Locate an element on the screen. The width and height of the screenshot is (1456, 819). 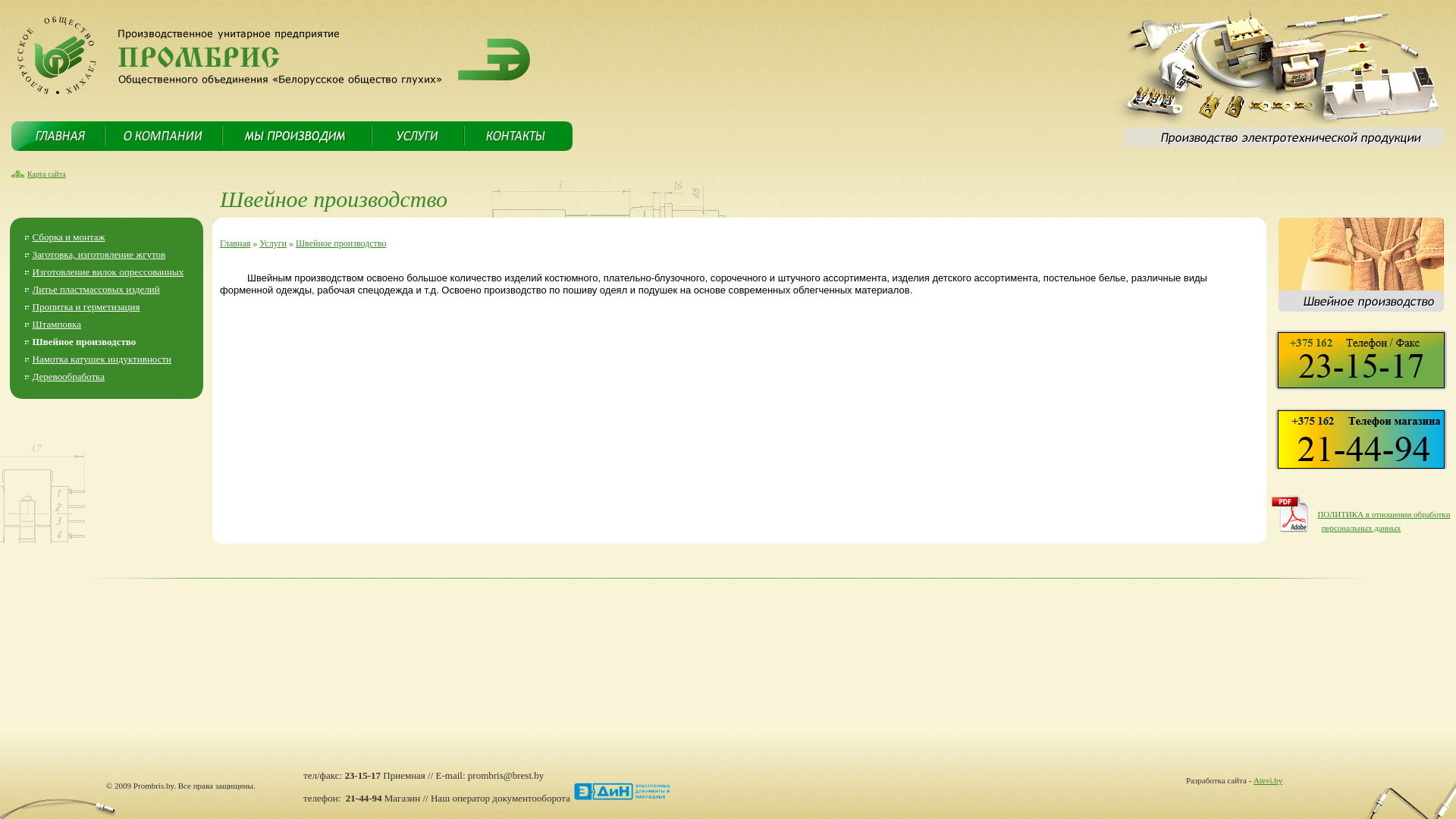
'Atevi.by' is located at coordinates (1253, 780).